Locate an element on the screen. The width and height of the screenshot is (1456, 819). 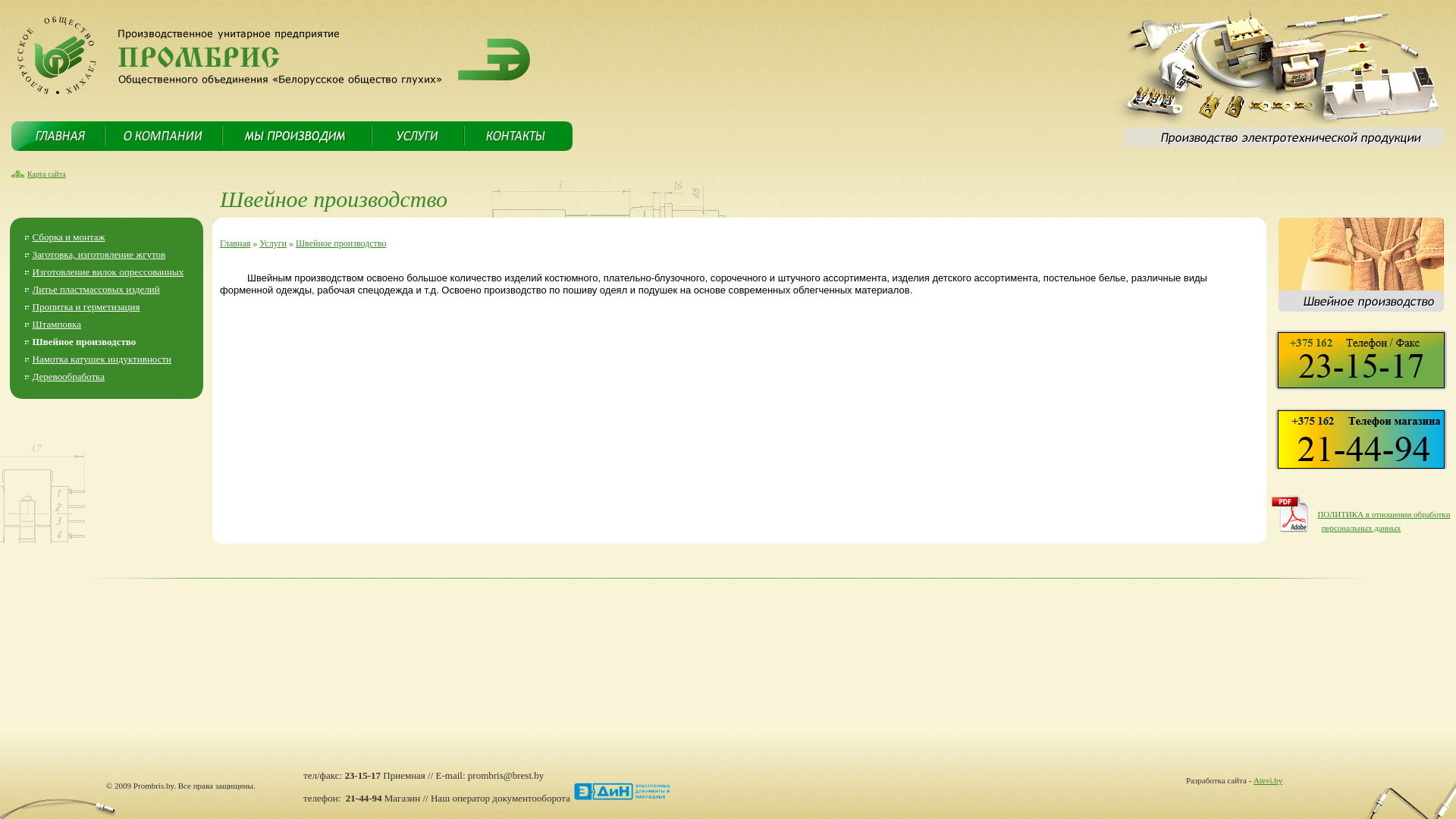
'Atevi.by' is located at coordinates (1253, 780).